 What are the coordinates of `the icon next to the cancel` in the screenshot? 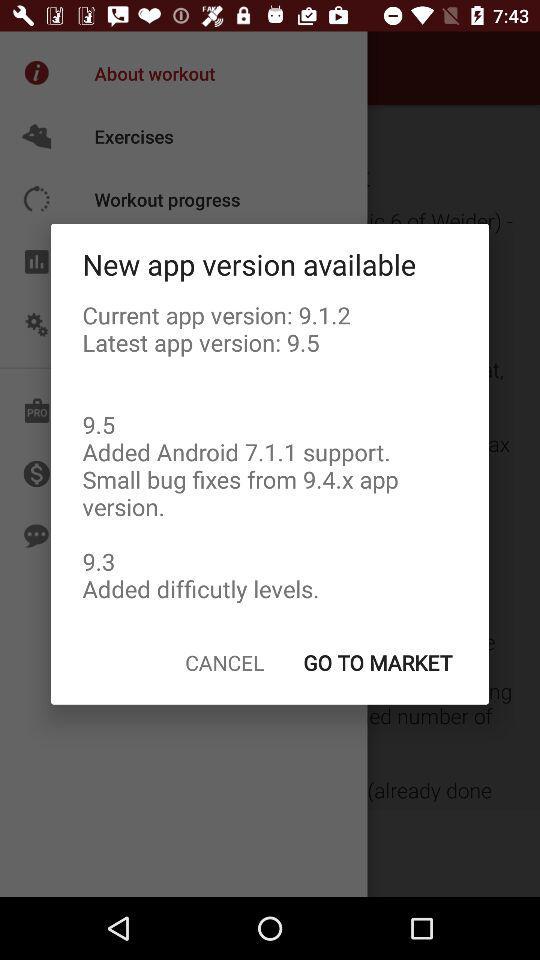 It's located at (377, 662).